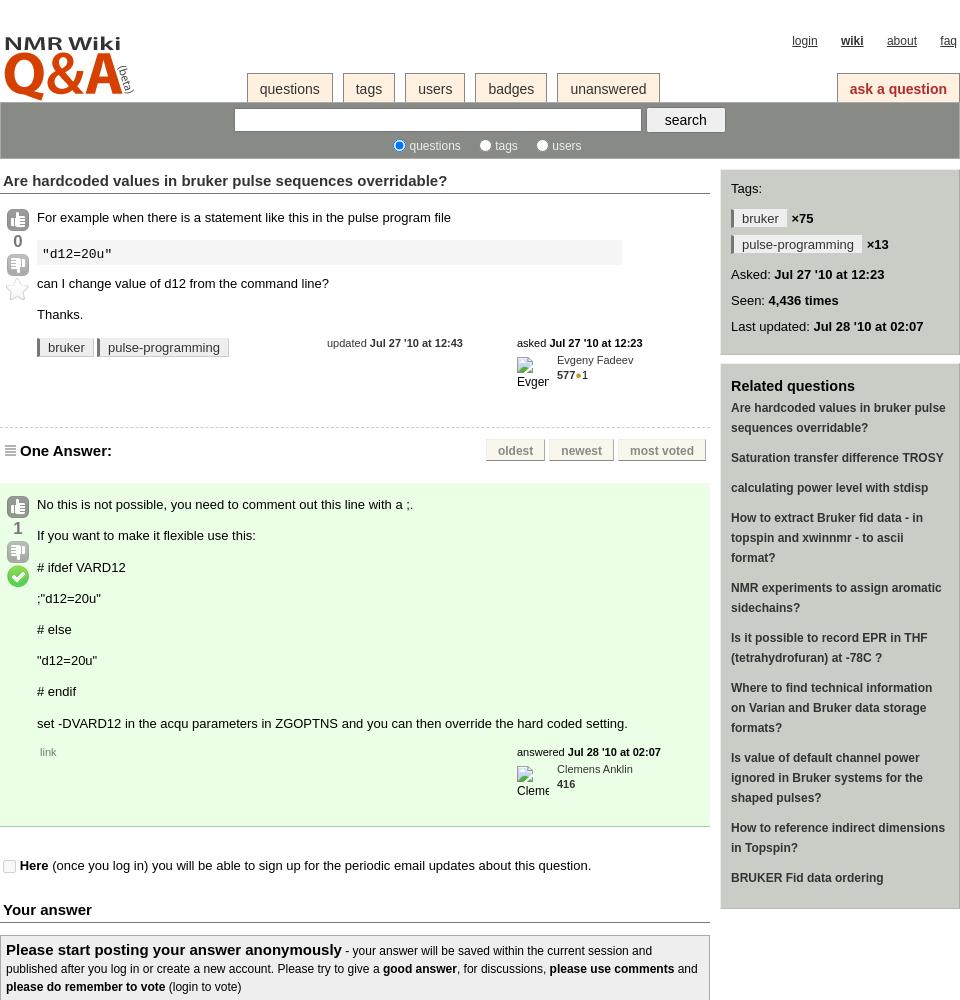 The height and width of the screenshot is (1000, 960). Describe the element at coordinates (331, 721) in the screenshot. I see `'set -DVARD12 in the acqu parameters in ZGOPTNS and you can then override the hard coded setting.'` at that location.